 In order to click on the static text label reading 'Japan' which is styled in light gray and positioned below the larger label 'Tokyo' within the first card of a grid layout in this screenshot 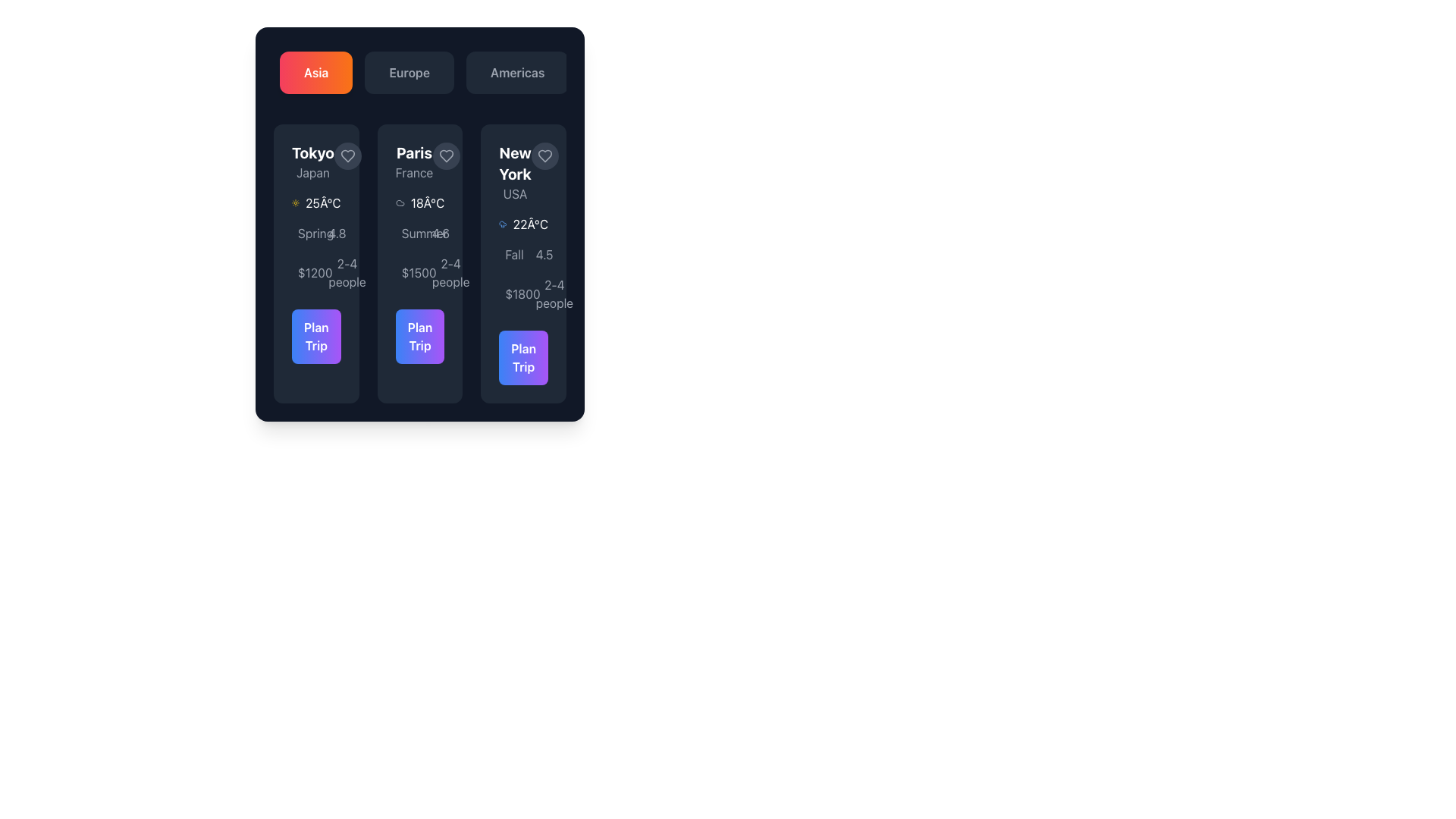, I will do `click(312, 171)`.